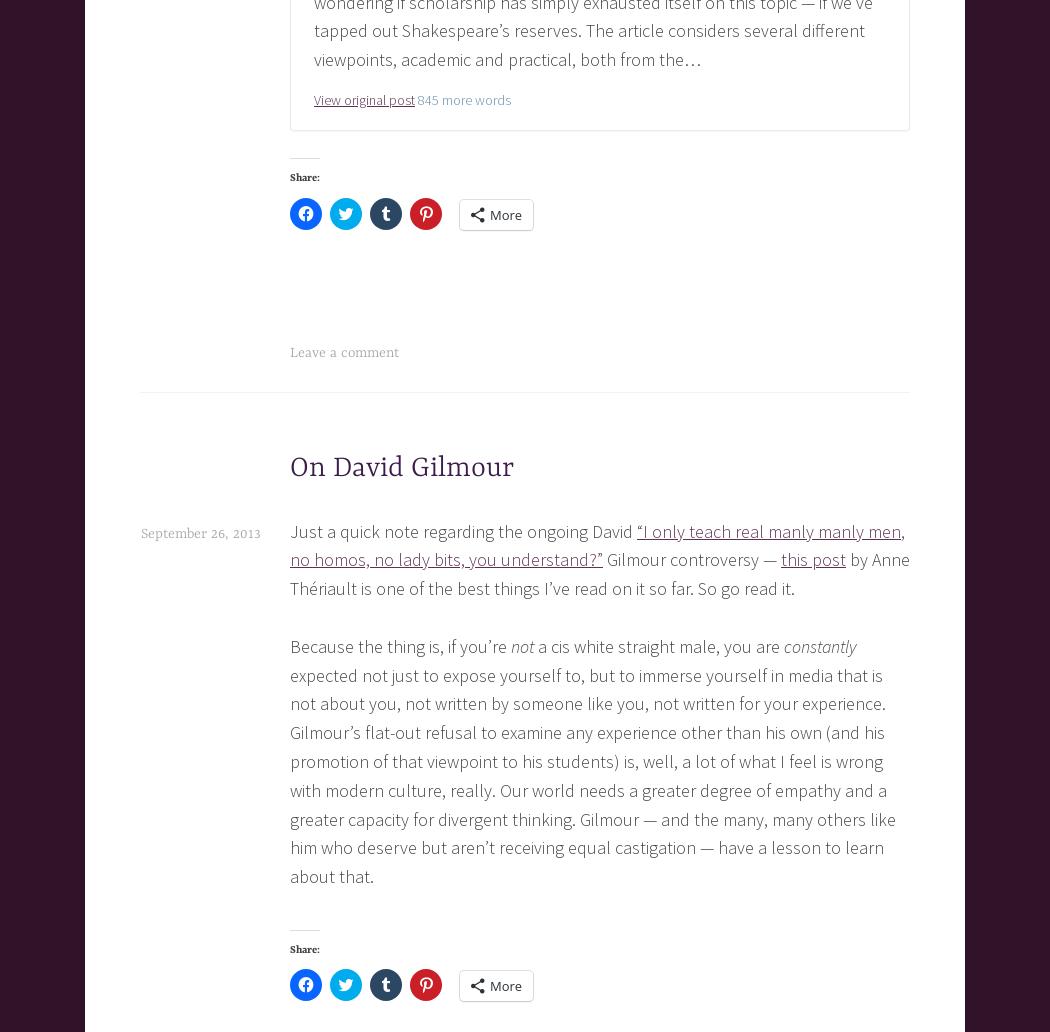  I want to click on 'by Anne Thériault is one of the best things I’ve read on it so far. So go read it.', so click(598, 573).